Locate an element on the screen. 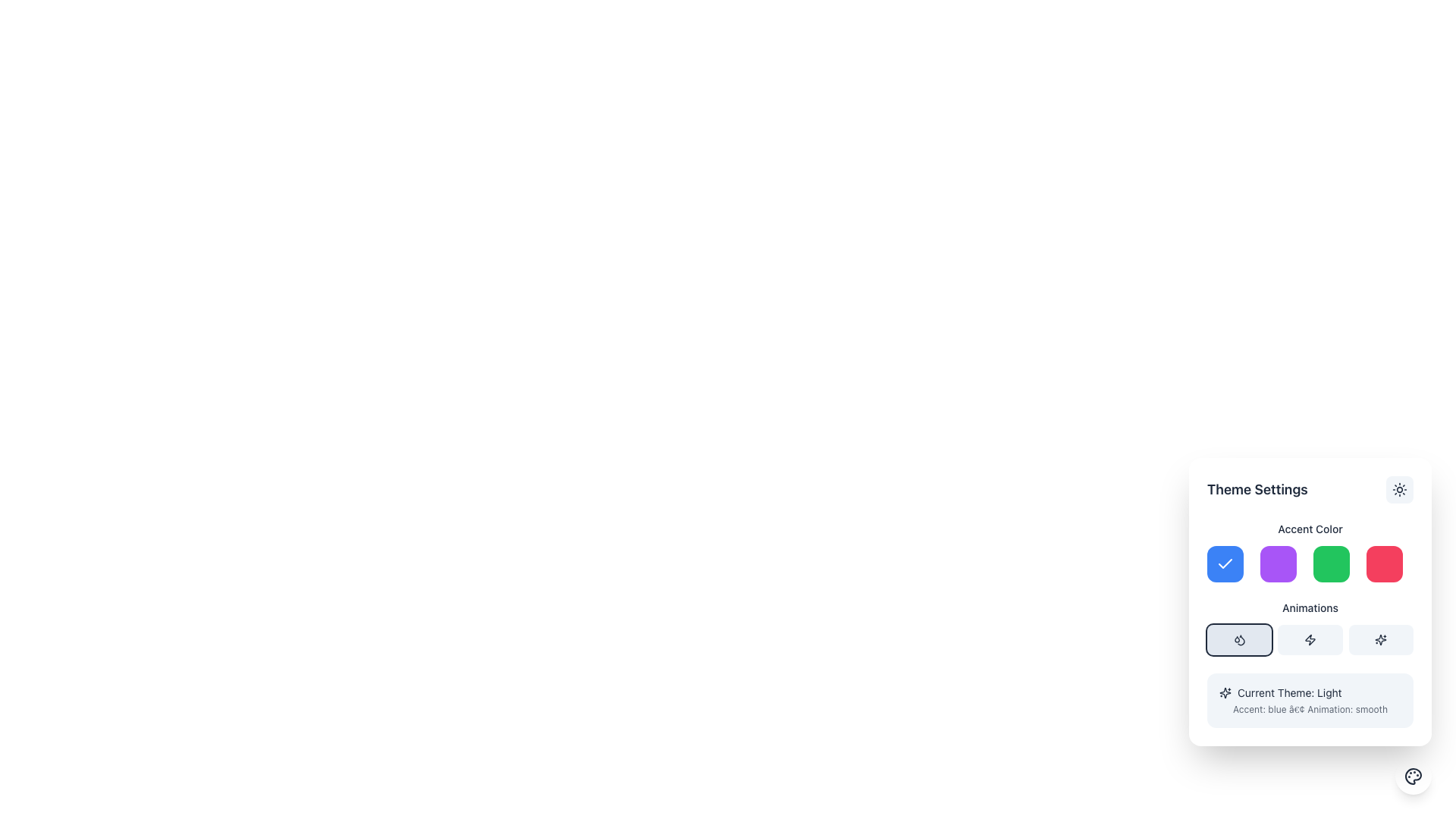 Image resolution: width=1456 pixels, height=819 pixels. the sparkles effect icon located within the 'Animations' section of the 'Theme Settings' panel, positioned as the third button in a horizontal row is located at coordinates (1381, 640).